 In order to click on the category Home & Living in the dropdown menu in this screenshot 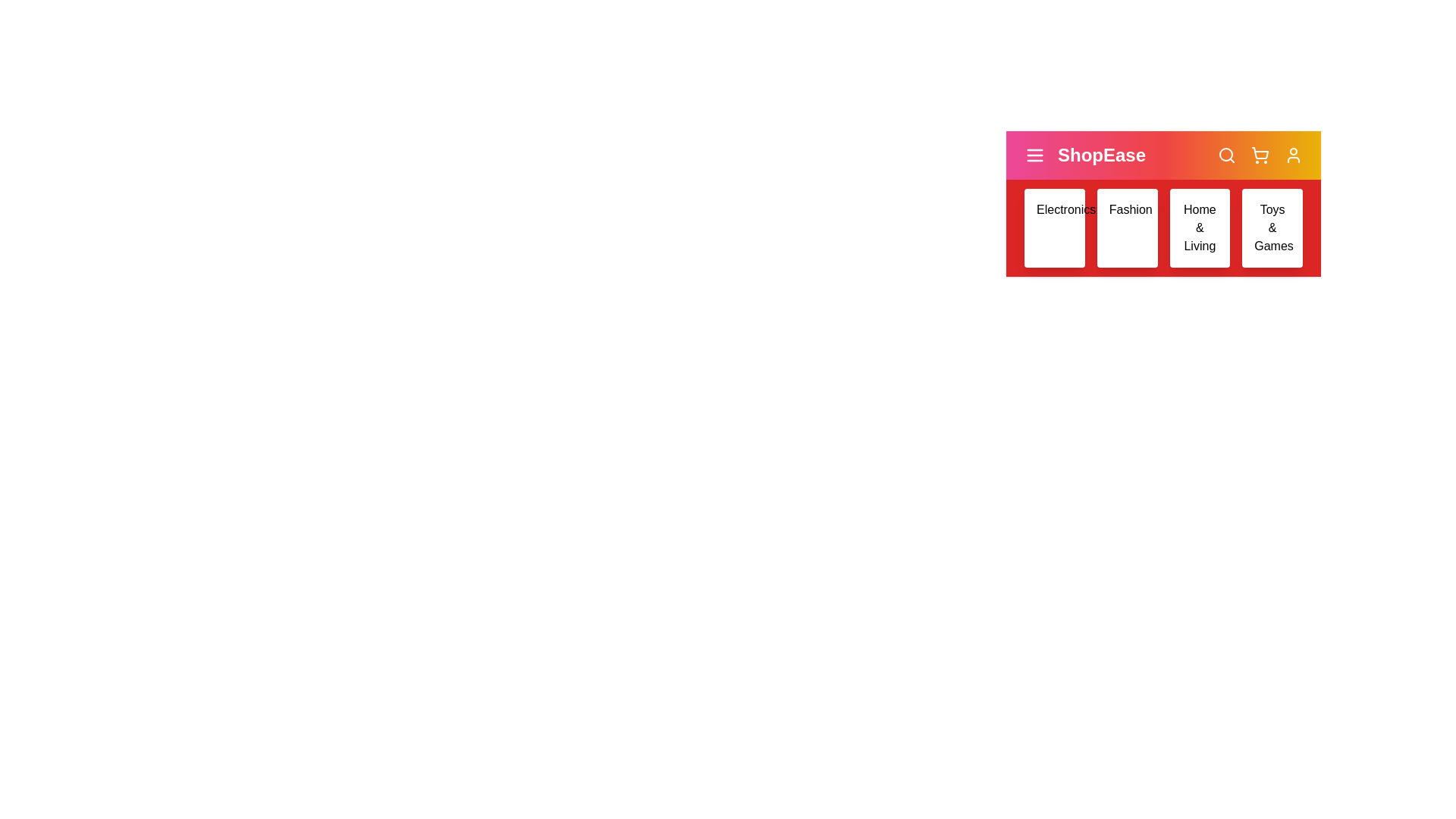, I will do `click(1199, 227)`.